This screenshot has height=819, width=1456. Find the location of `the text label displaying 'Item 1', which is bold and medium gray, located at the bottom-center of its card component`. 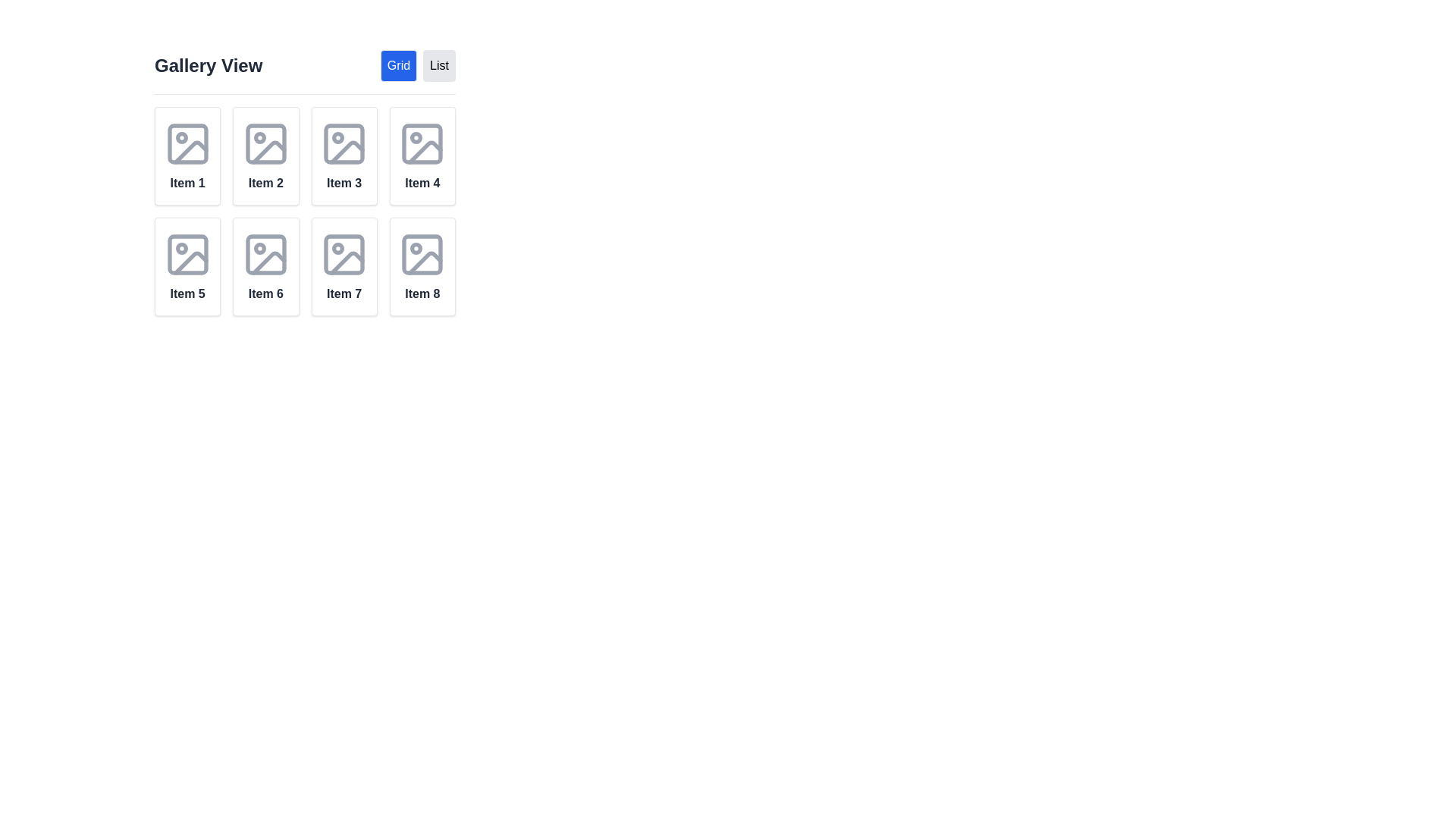

the text label displaying 'Item 1', which is bold and medium gray, located at the bottom-center of its card component is located at coordinates (187, 183).